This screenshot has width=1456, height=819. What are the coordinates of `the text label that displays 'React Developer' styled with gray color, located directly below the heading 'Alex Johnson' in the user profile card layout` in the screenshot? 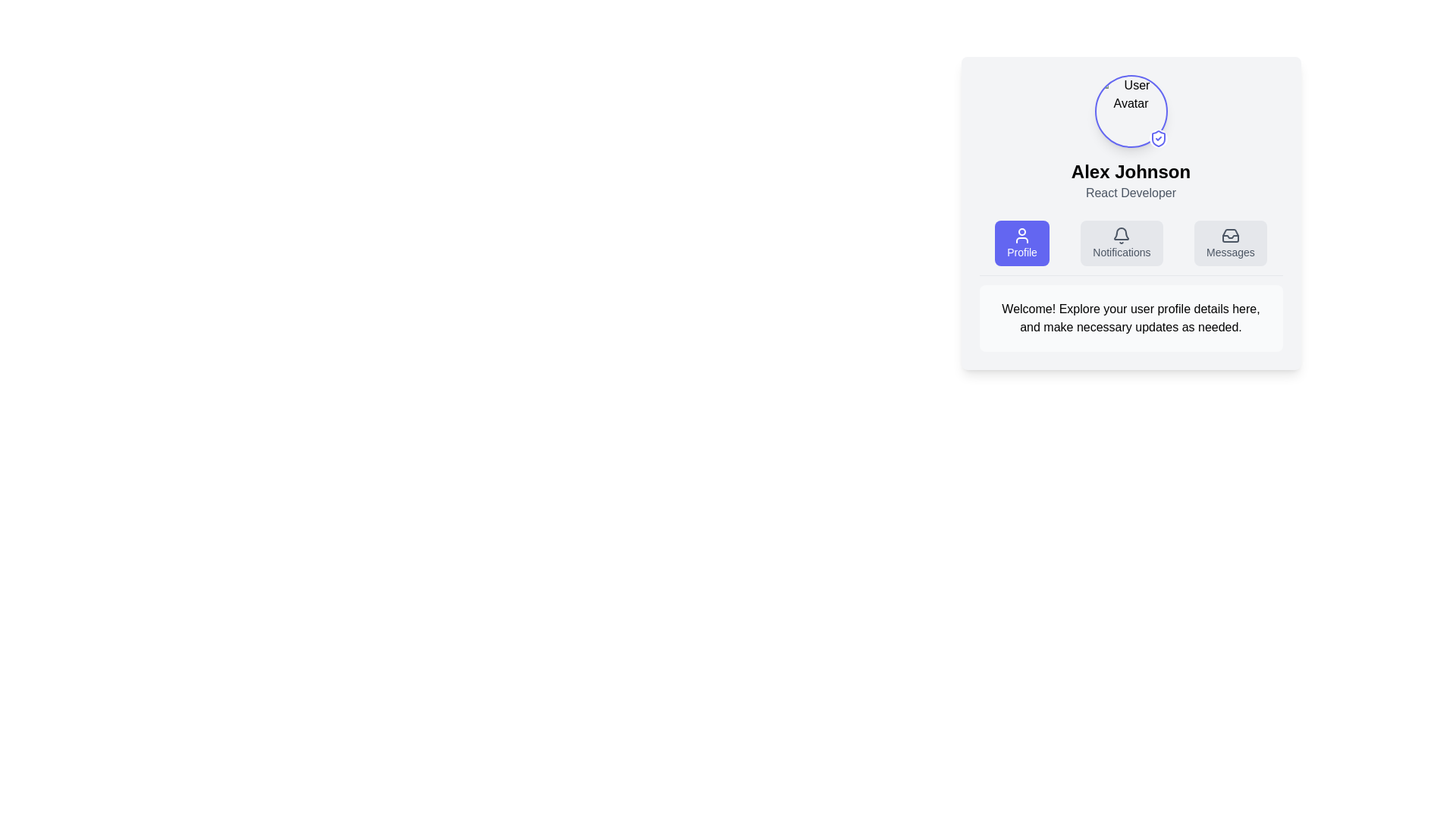 It's located at (1131, 192).